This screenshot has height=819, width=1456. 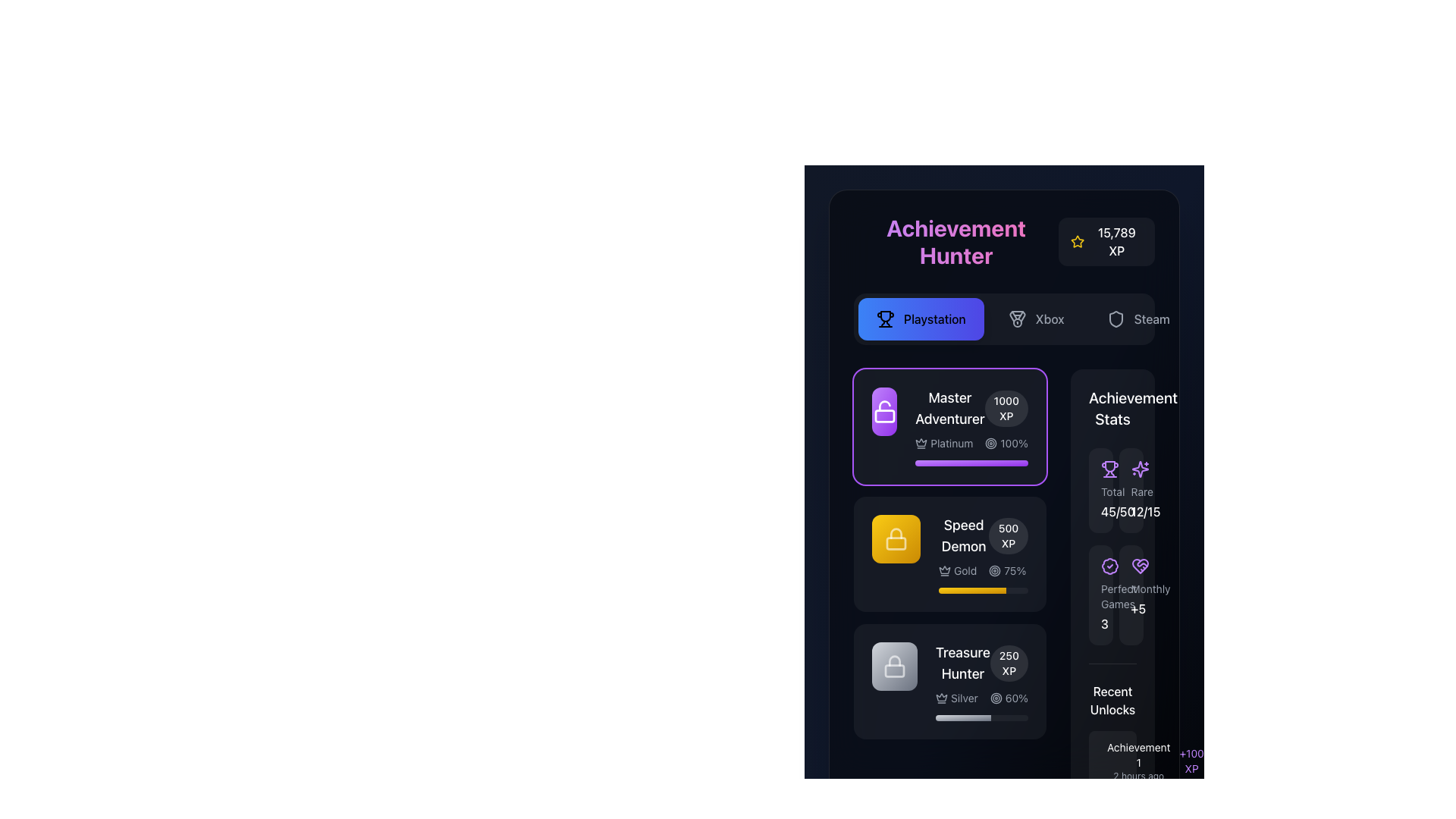 I want to click on the lock icon located in the top left corner of the 'Master Adventurer' card, which indicates secured content or restricted access, so click(x=896, y=532).